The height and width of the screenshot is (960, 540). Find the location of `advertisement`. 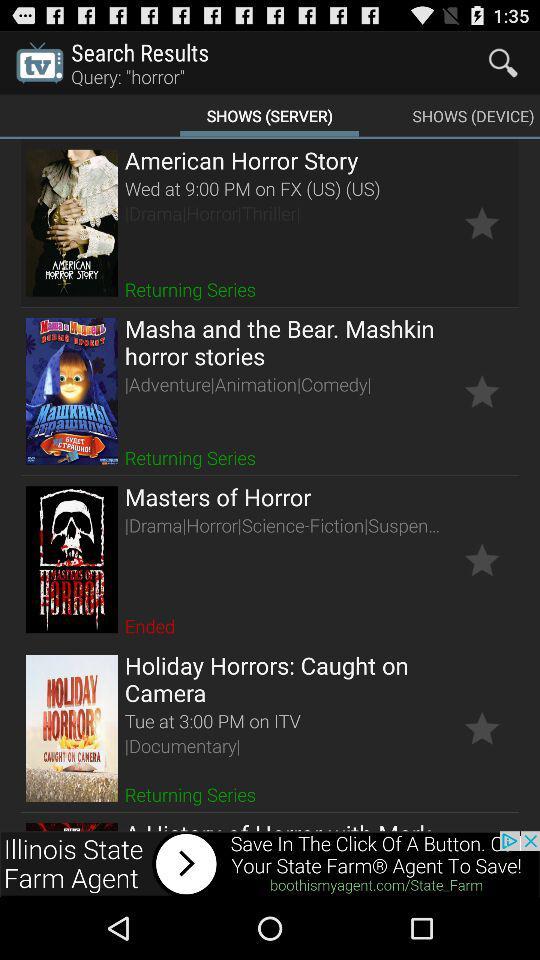

advertisement is located at coordinates (270, 863).